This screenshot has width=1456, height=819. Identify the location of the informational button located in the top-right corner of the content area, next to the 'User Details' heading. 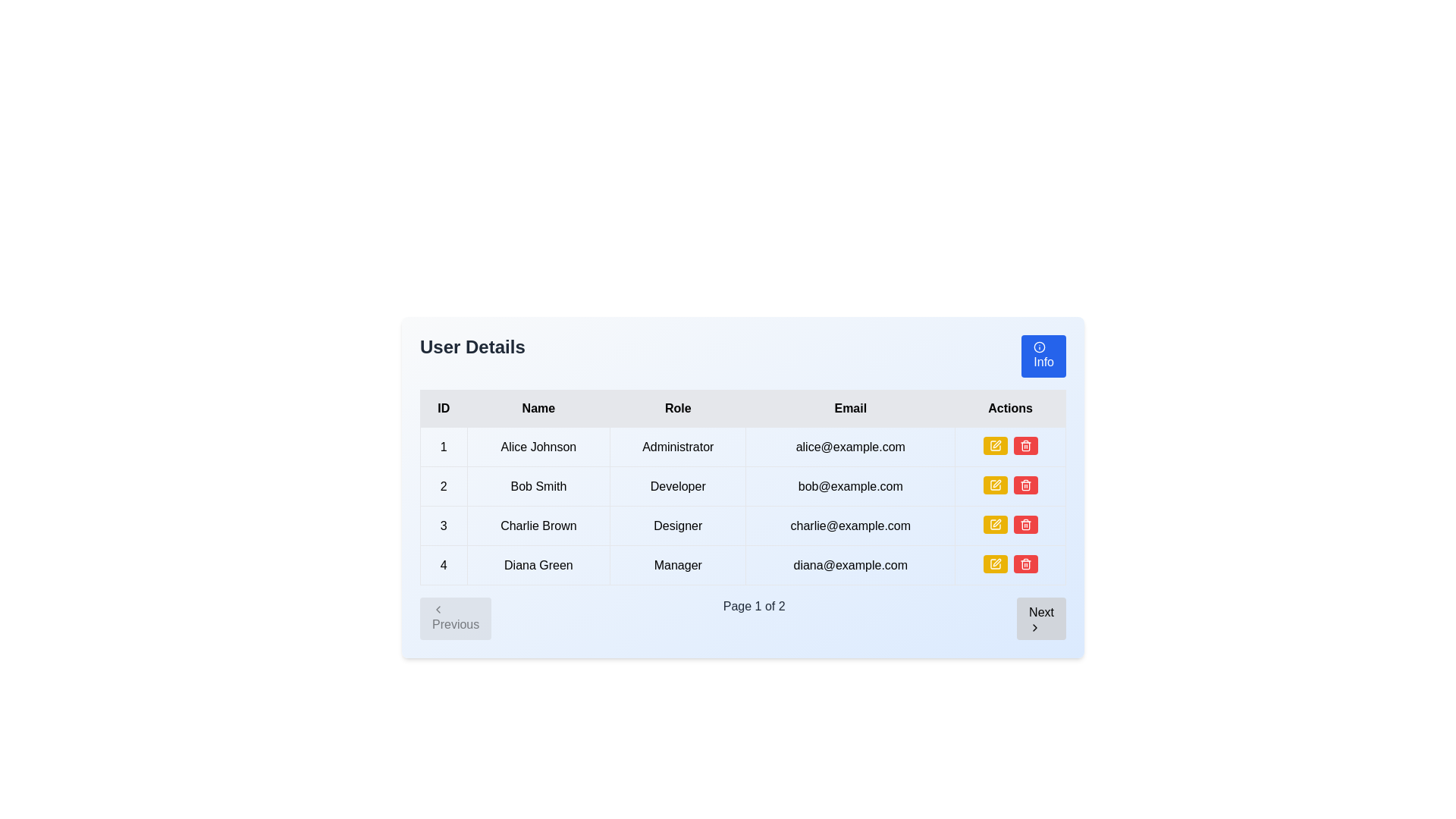
(1043, 356).